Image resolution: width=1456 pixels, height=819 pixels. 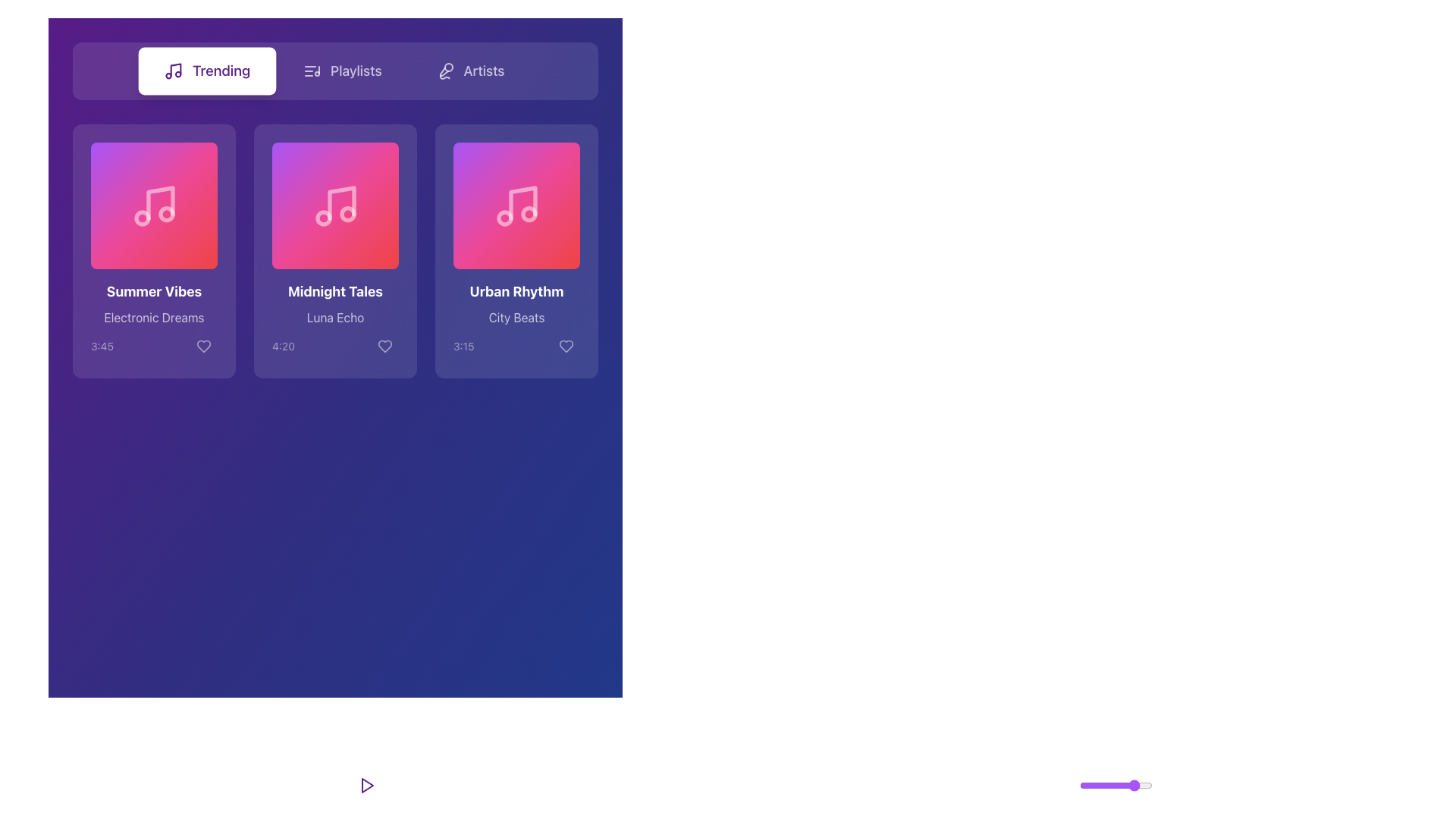 I want to click on the decorative icon representing a media or audio file on the 'Midnight Tales' card in the 'Trending' section, so click(x=337, y=206).